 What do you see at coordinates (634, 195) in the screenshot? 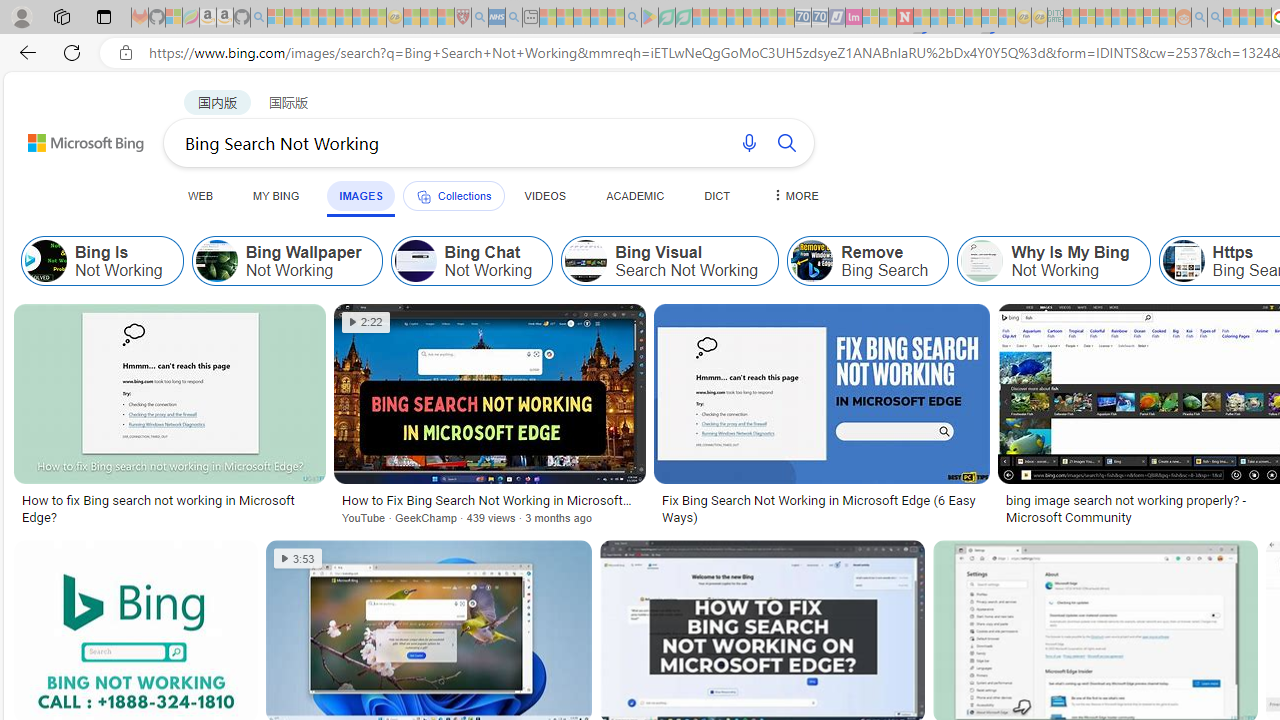
I see `'ACADEMIC'` at bounding box center [634, 195].